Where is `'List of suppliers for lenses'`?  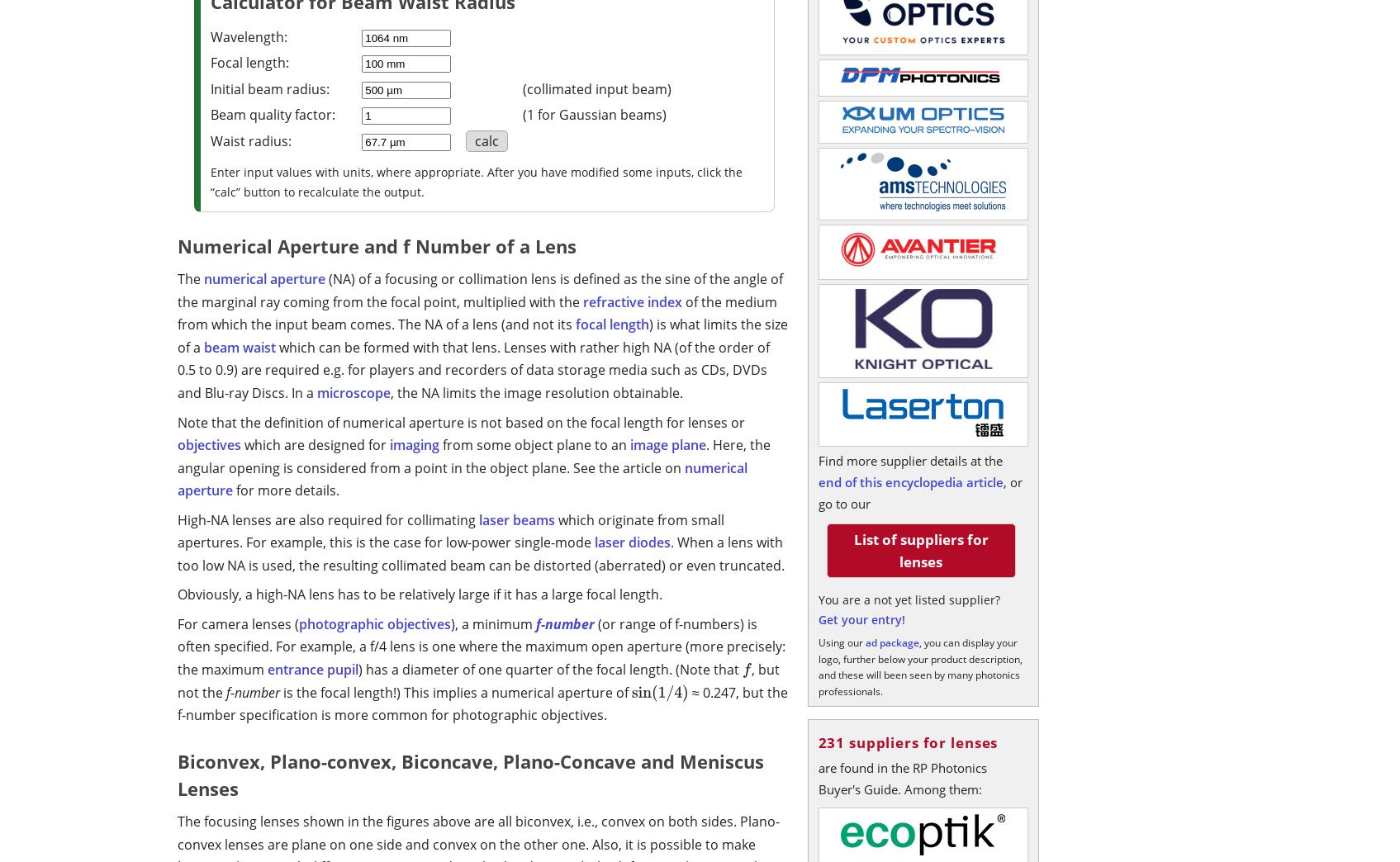
'List of suppliers for lenses' is located at coordinates (919, 550).